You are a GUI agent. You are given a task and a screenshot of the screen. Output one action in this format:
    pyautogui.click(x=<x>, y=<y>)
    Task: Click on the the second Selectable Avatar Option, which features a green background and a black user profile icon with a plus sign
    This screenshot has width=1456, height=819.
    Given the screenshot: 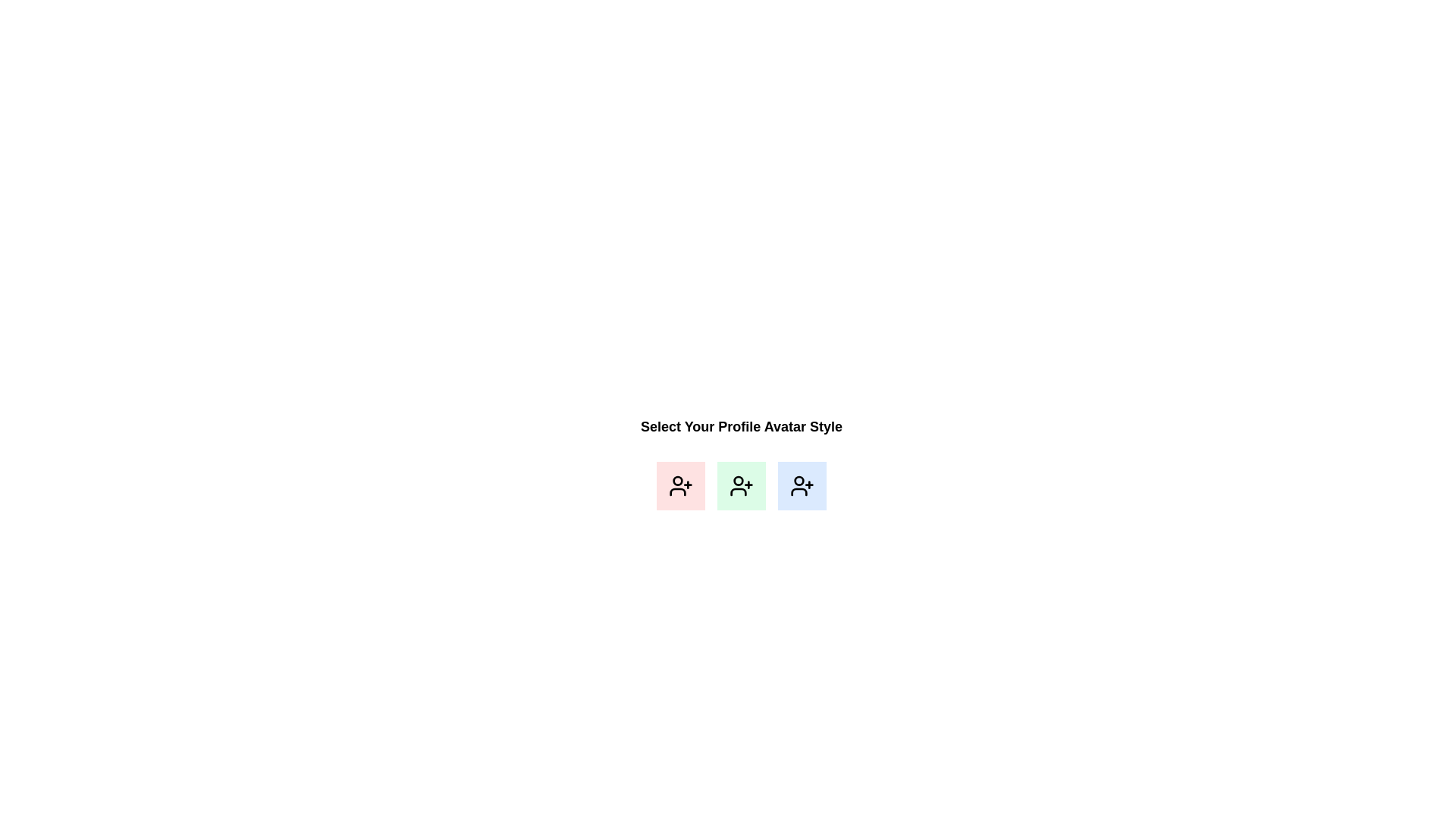 What is the action you would take?
    pyautogui.click(x=742, y=485)
    